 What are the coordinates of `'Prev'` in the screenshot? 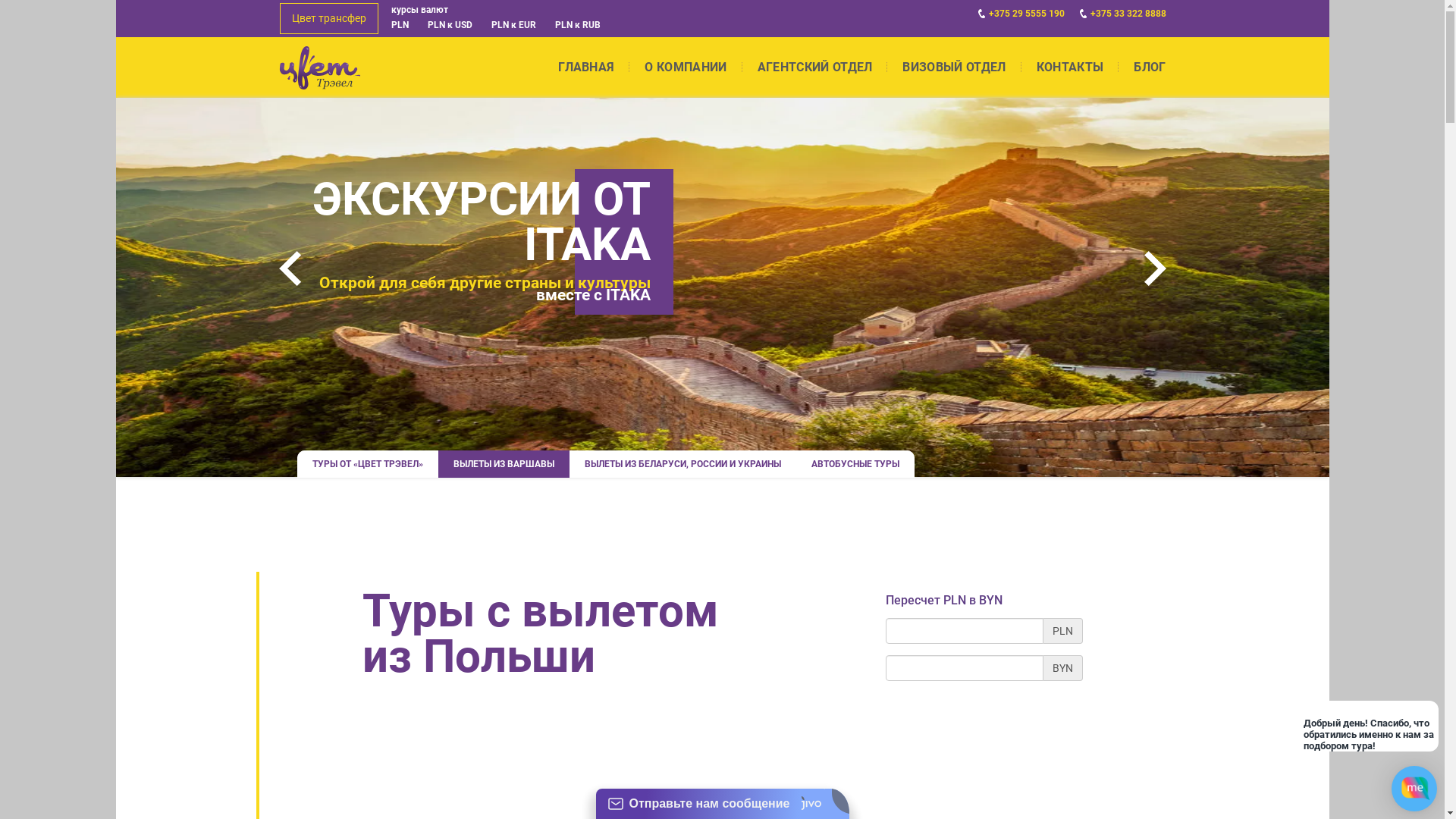 It's located at (290, 268).